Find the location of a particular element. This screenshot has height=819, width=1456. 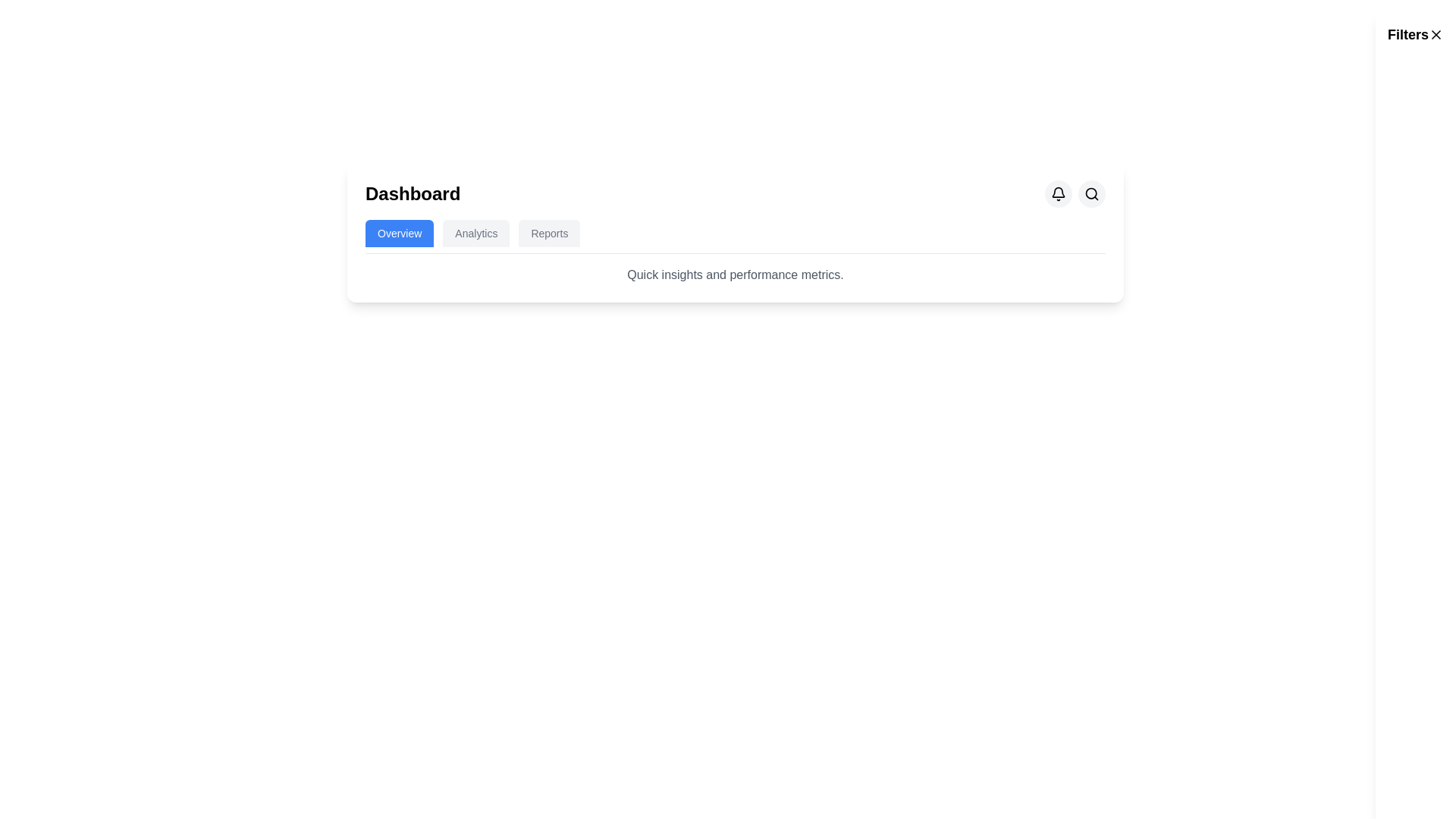

the Static Text element displaying 'Quick insights and performance metrics.' located at the bottom right of the main content area is located at coordinates (735, 275).